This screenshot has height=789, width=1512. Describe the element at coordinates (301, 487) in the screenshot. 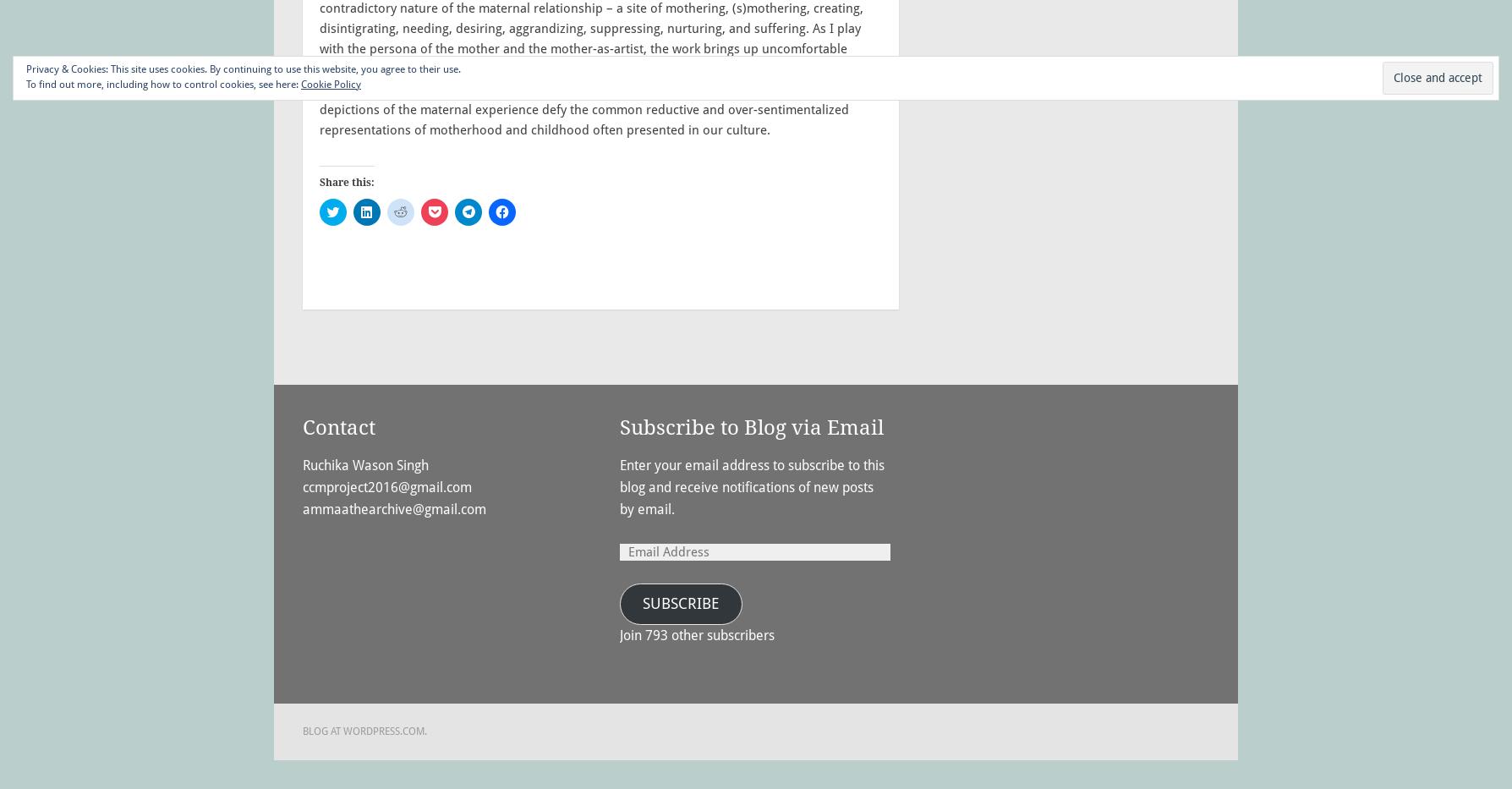

I see `'ccmproject2016@gmail.com'` at that location.